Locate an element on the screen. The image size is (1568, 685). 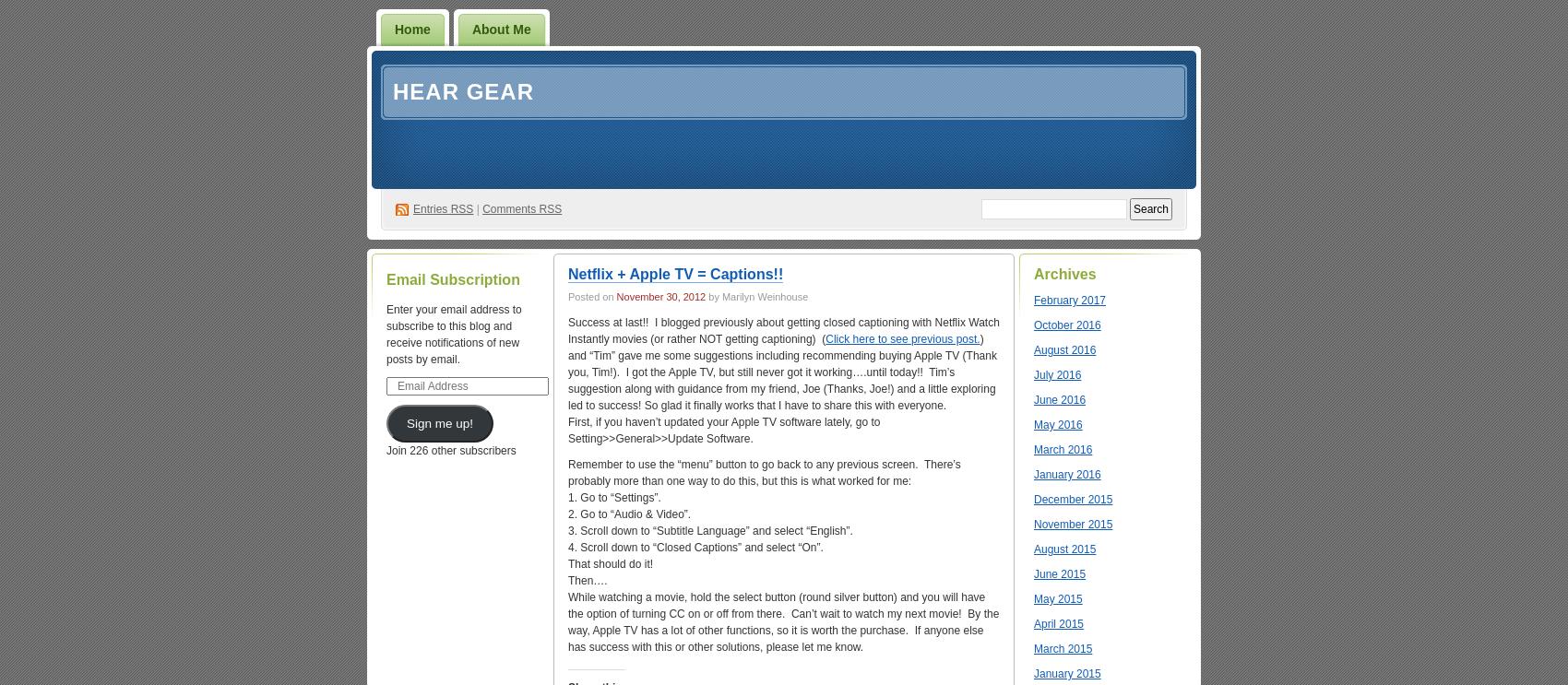
'Click here to see previous post.' is located at coordinates (901, 339).